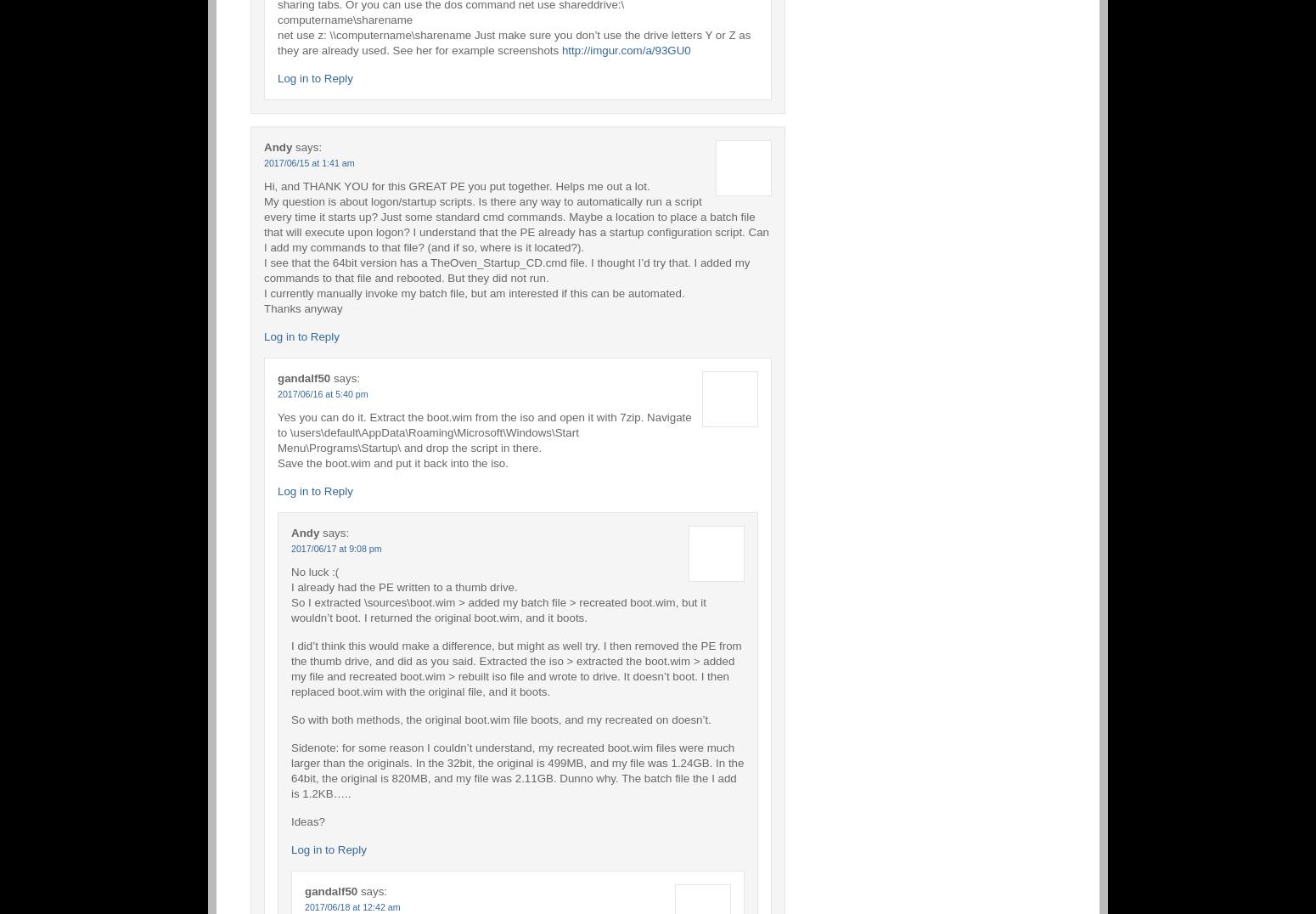 The height and width of the screenshot is (914, 1316). Describe the element at coordinates (290, 586) in the screenshot. I see `'I already had the PE written to a thumb drive.'` at that location.